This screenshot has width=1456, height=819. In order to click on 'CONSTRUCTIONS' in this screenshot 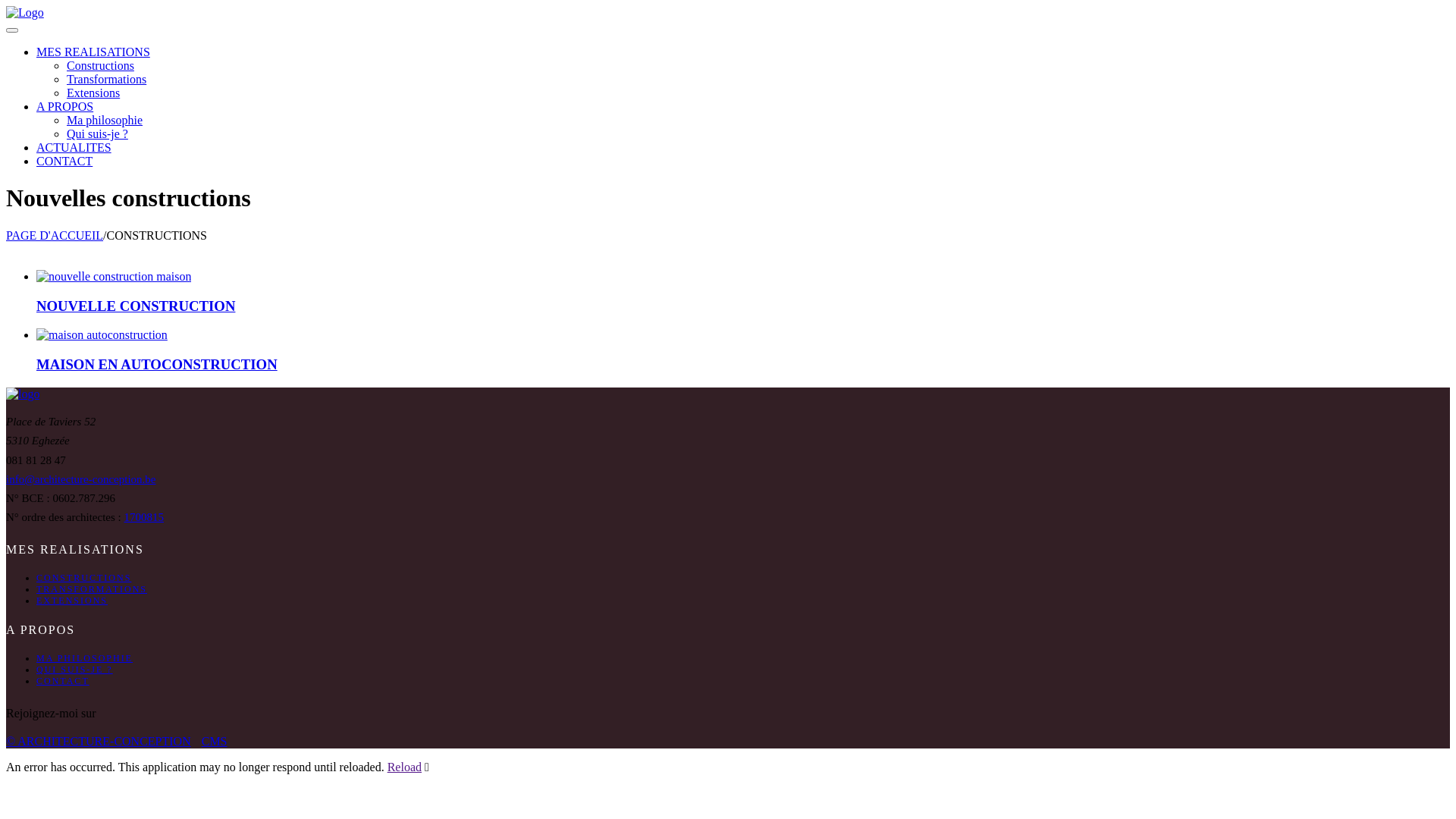, I will do `click(83, 578)`.